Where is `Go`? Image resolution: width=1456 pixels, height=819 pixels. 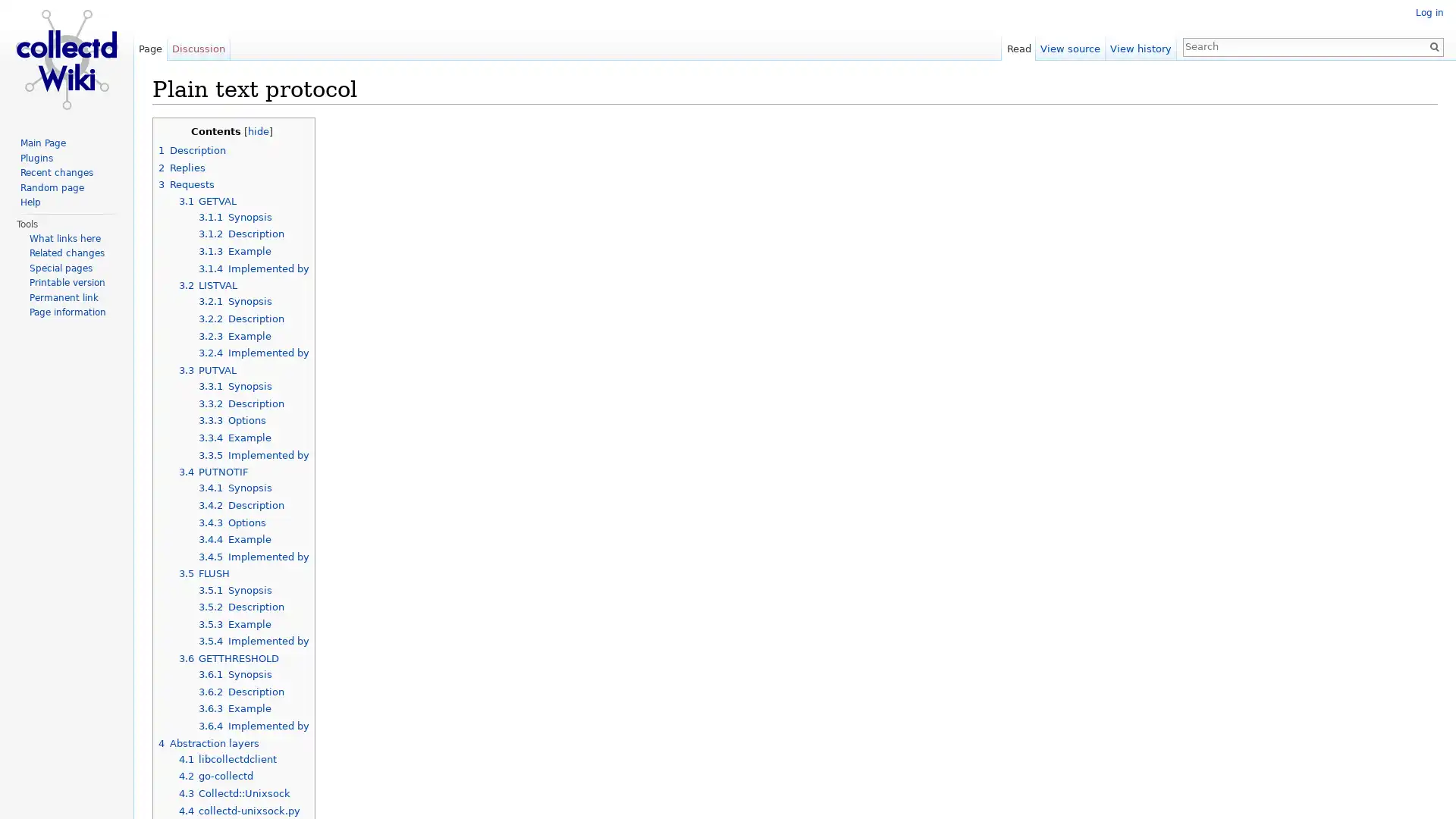 Go is located at coordinates (1433, 45).